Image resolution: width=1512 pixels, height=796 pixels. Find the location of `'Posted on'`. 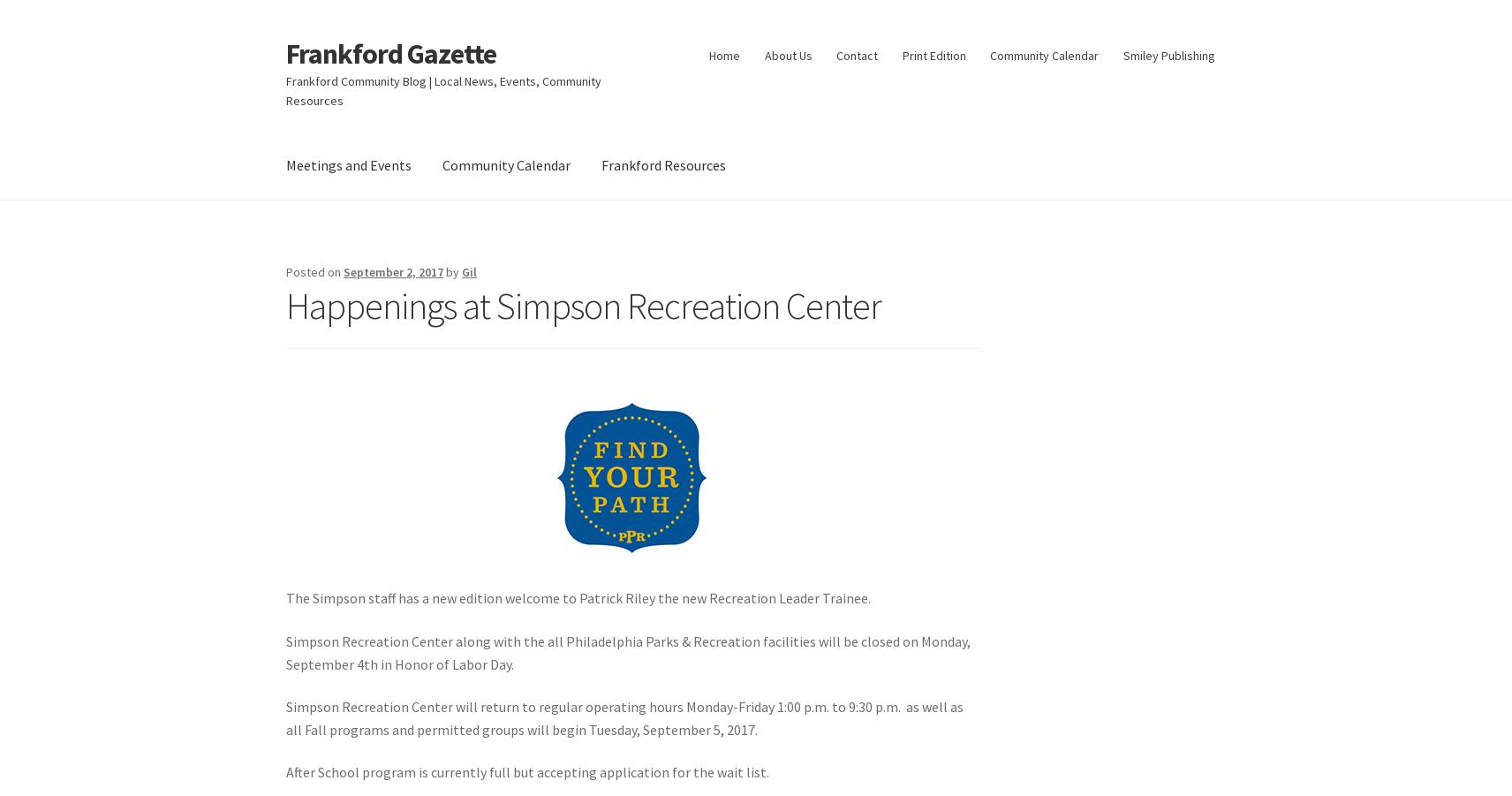

'Posted on' is located at coordinates (314, 271).